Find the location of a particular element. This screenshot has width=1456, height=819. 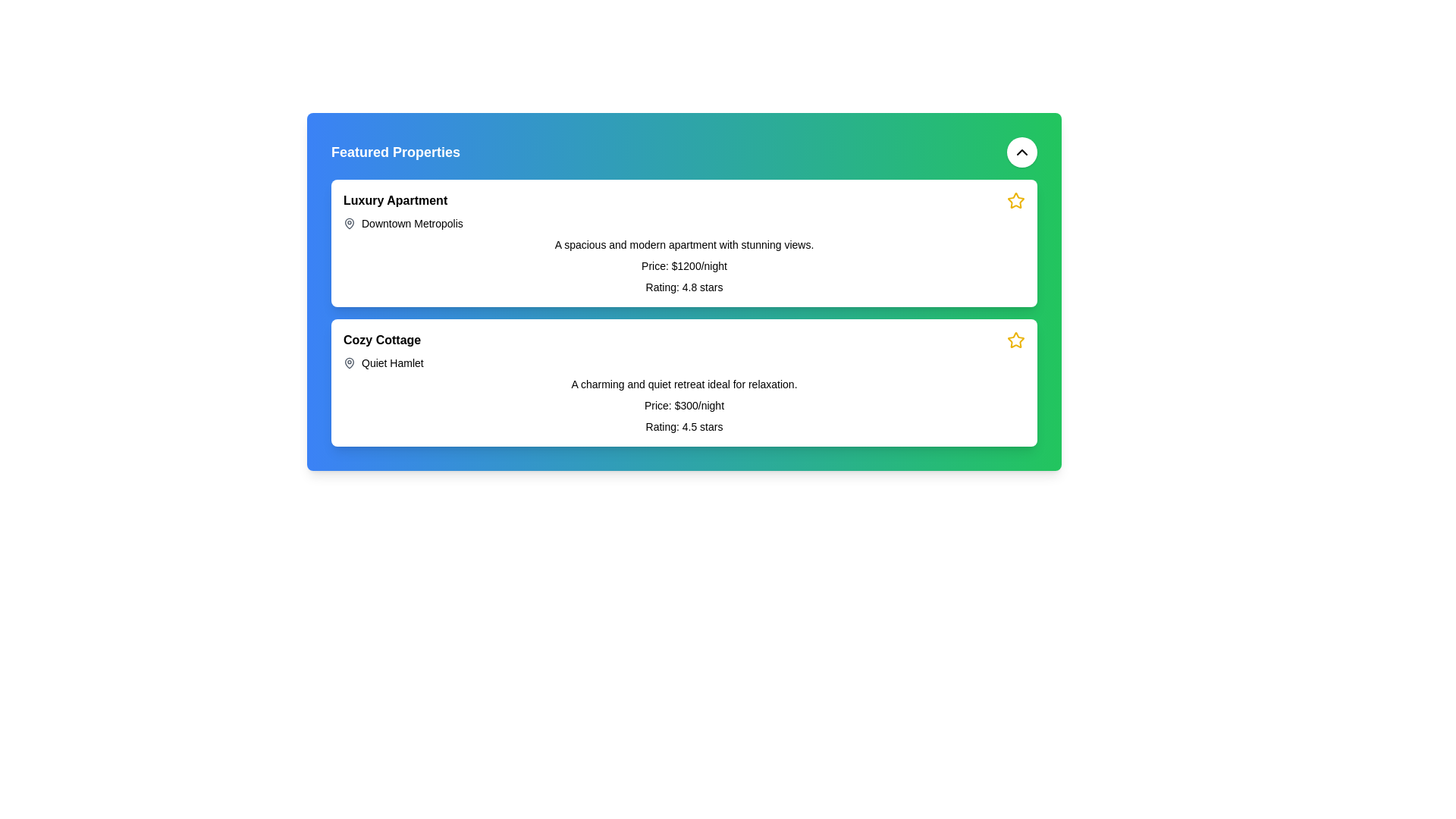

text element displaying 'A charming and quiet retreat ideal for relaxation.' located below the subtitle 'Quiet Hamlet' in the 'Cozy Cottage' section is located at coordinates (683, 383).